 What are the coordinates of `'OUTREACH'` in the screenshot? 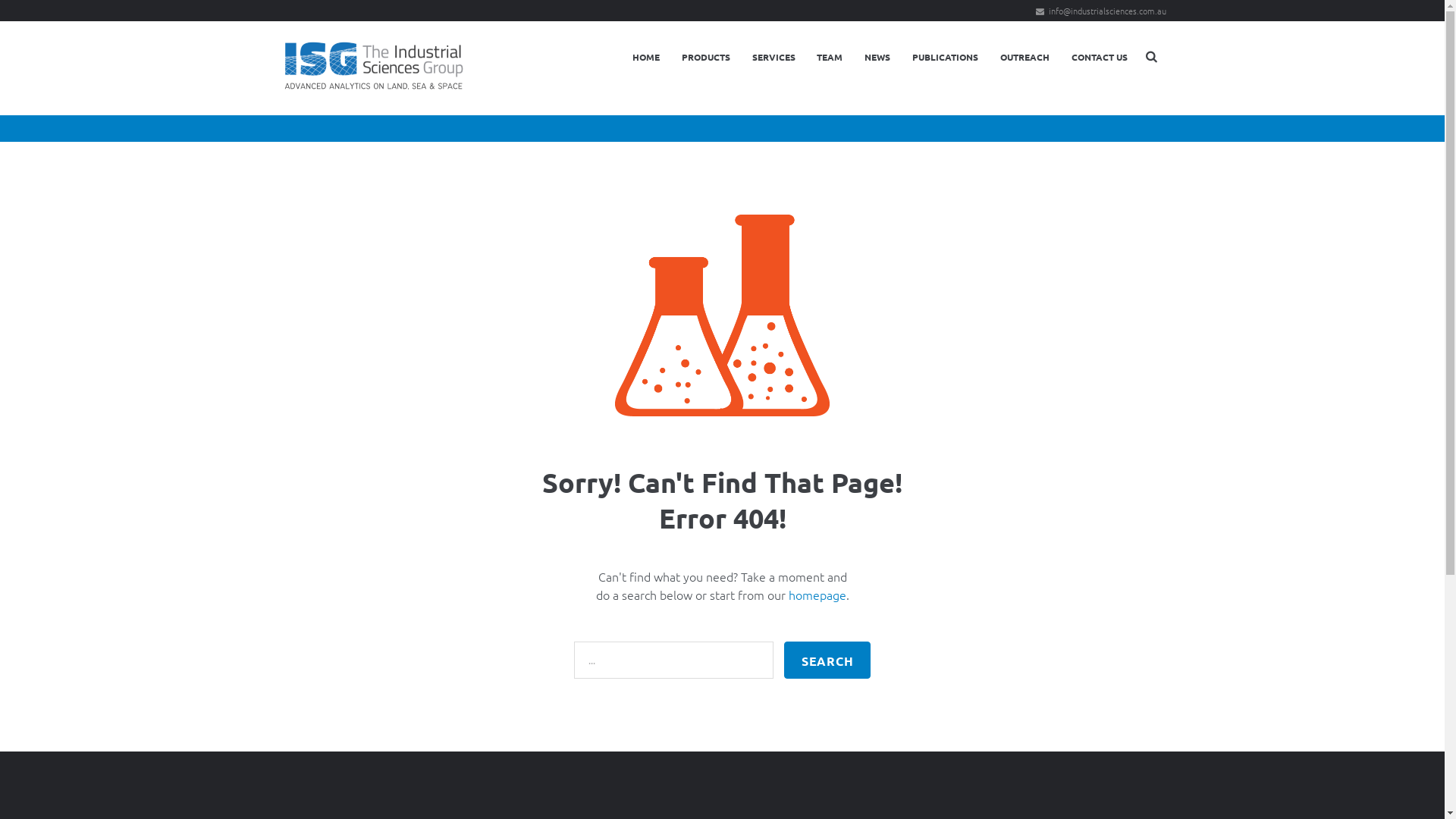 It's located at (1024, 56).